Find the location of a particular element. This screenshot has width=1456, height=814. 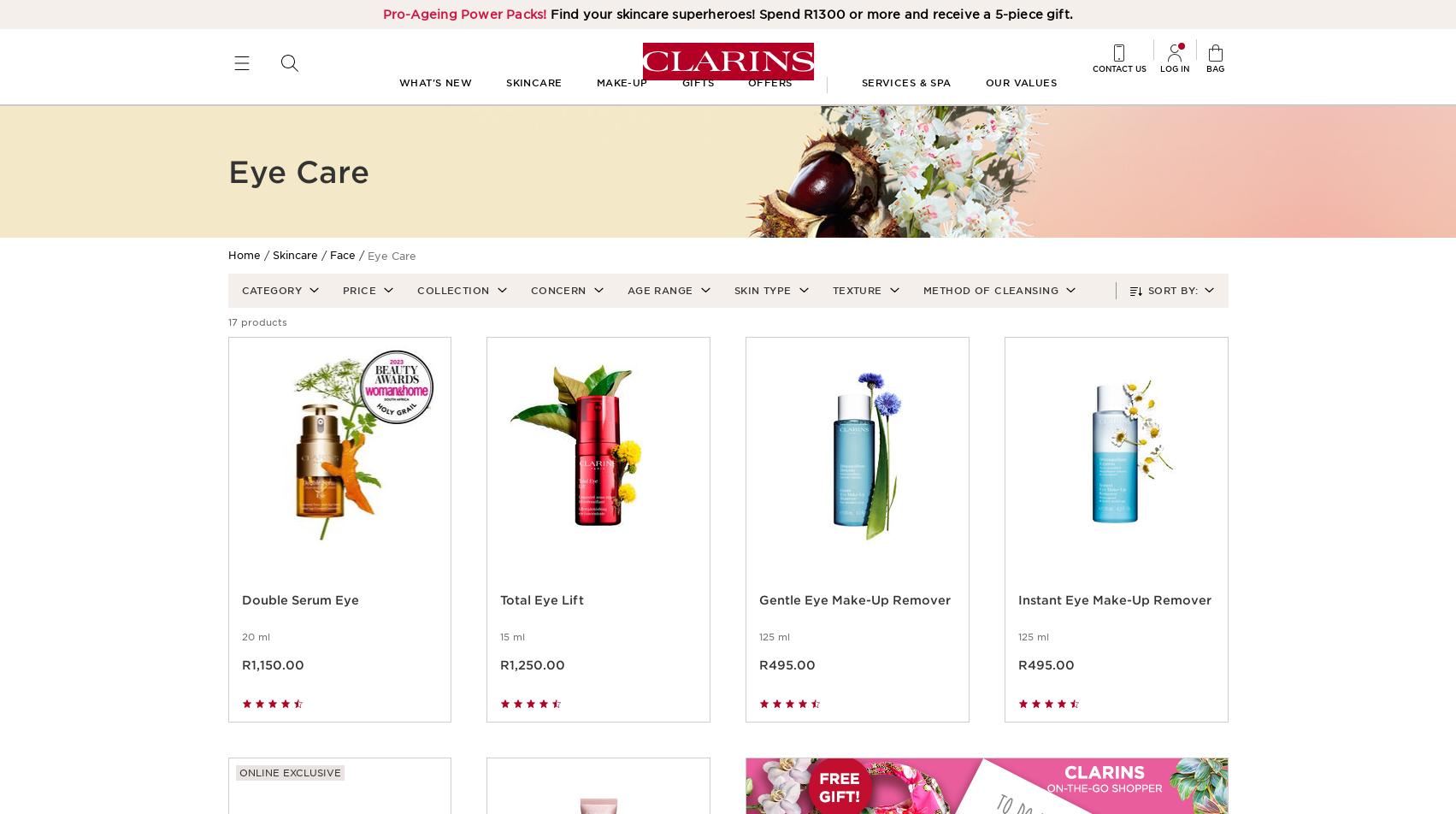

'Age Range' is located at coordinates (626, 310).